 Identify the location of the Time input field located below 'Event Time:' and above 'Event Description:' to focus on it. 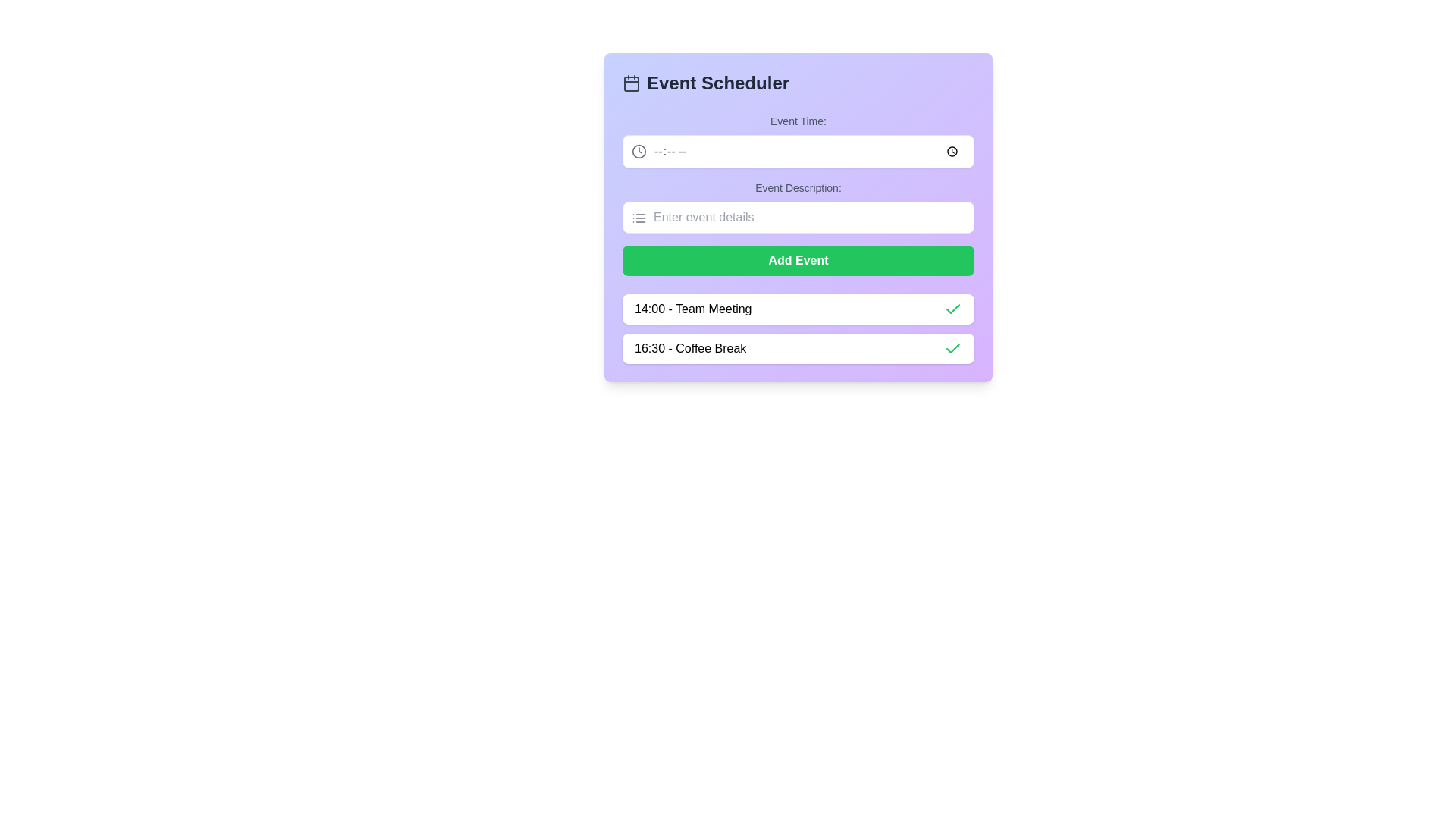
(797, 152).